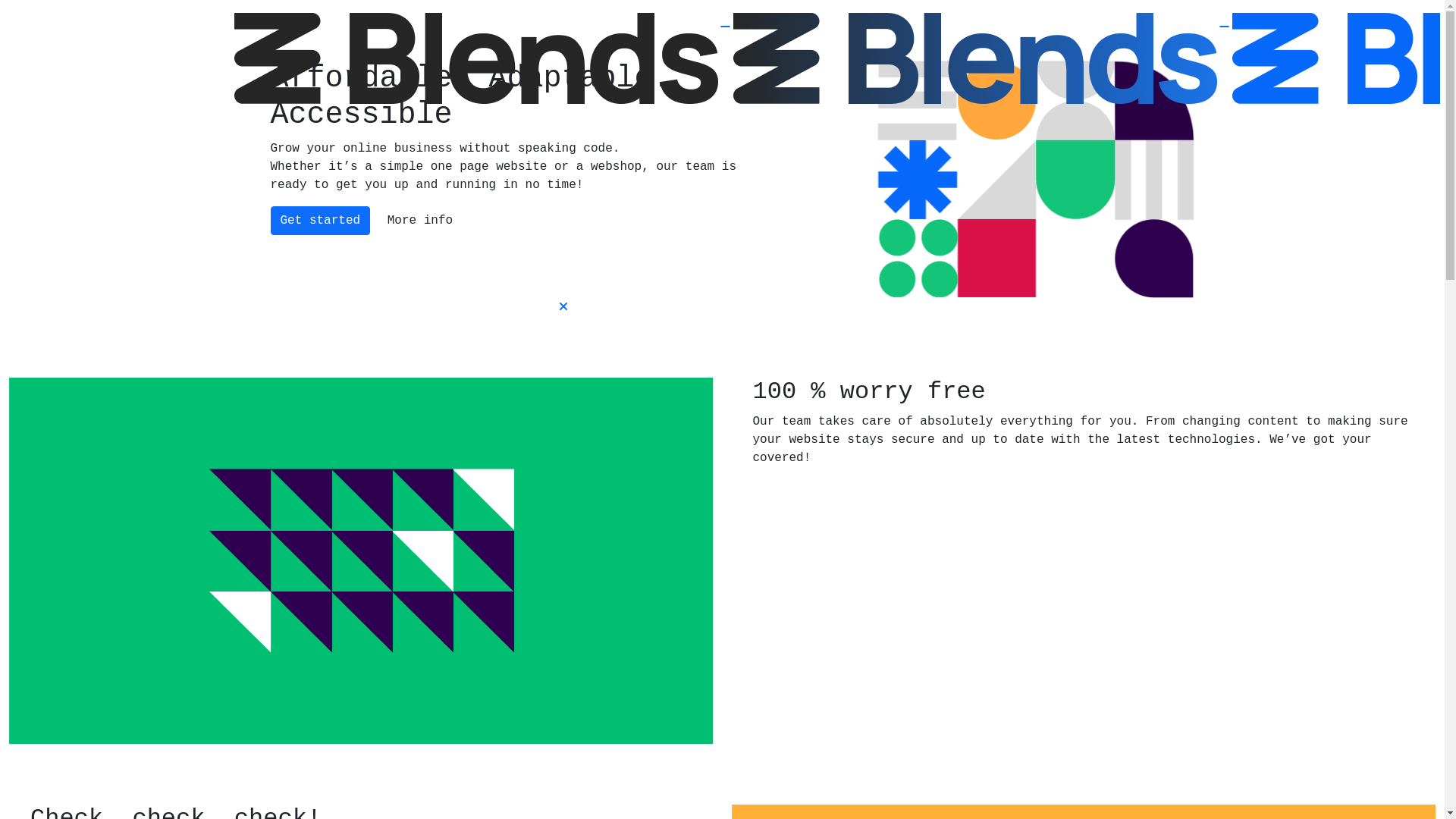 Image resolution: width=1456 pixels, height=819 pixels. I want to click on 'Get started', so click(319, 220).